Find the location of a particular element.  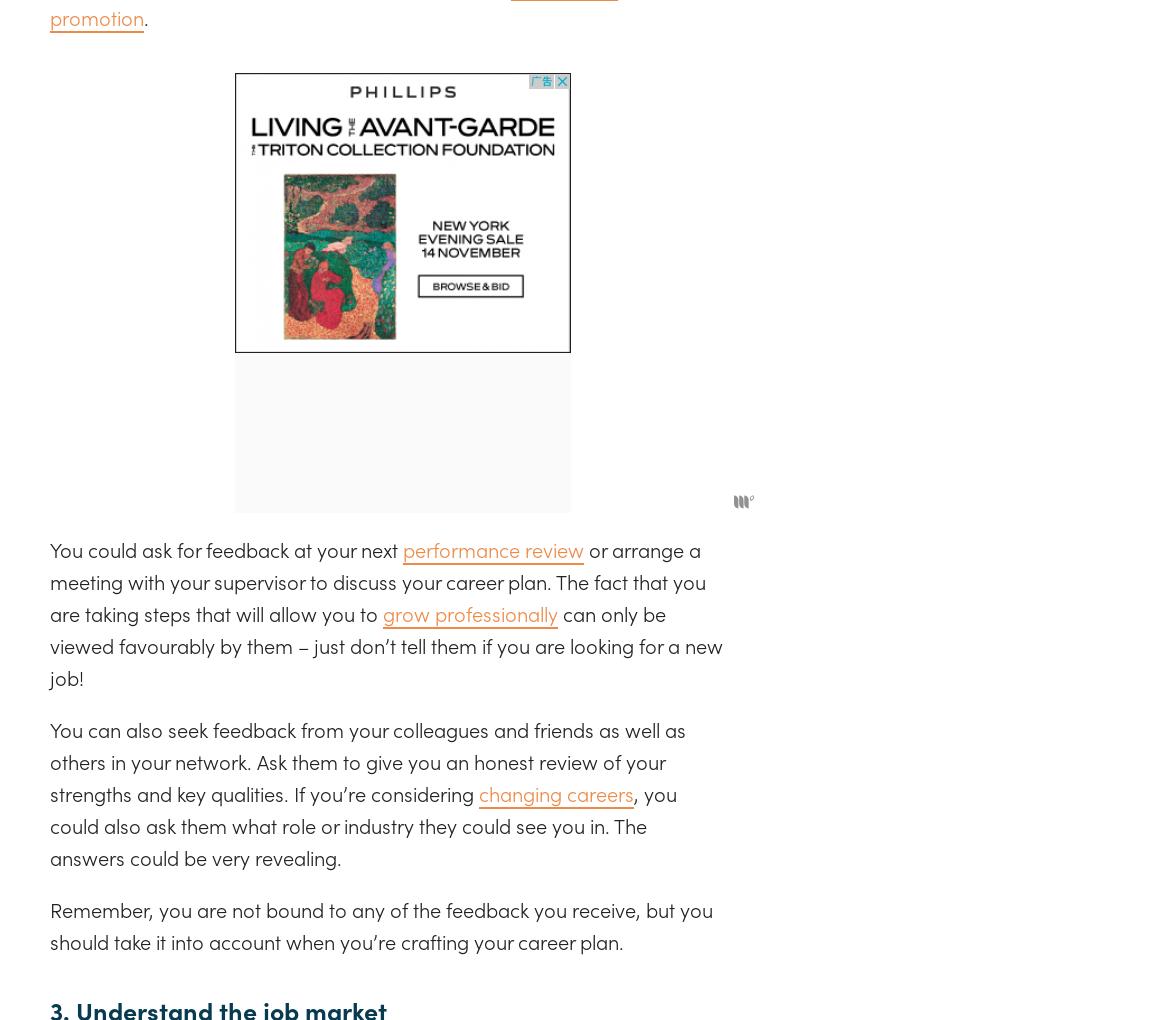

'can only be viewed favourably by them – just don’t tell them if you are looking for a new job!' is located at coordinates (386, 645).